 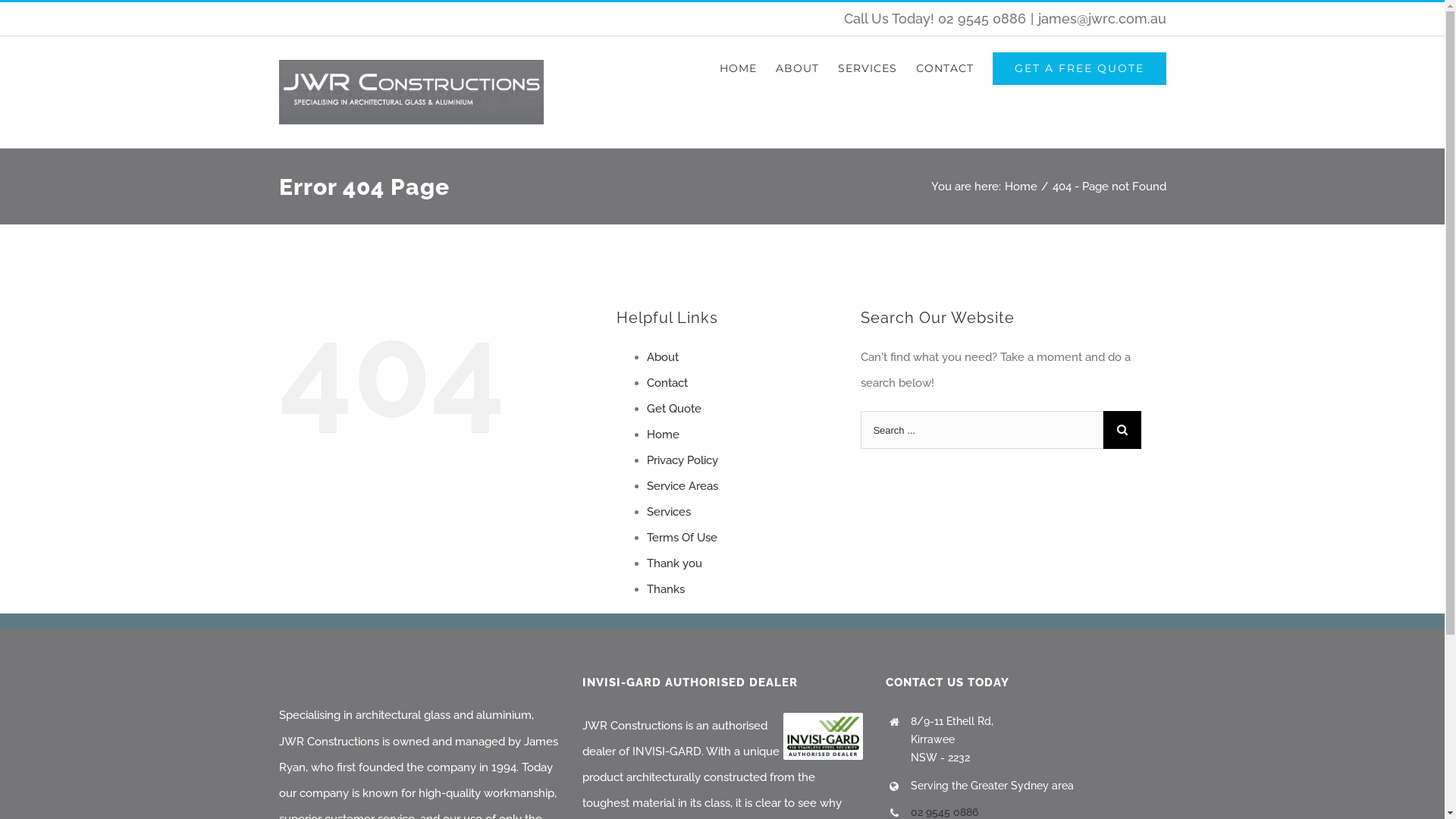 I want to click on 'SERVICES', so click(x=866, y=67).